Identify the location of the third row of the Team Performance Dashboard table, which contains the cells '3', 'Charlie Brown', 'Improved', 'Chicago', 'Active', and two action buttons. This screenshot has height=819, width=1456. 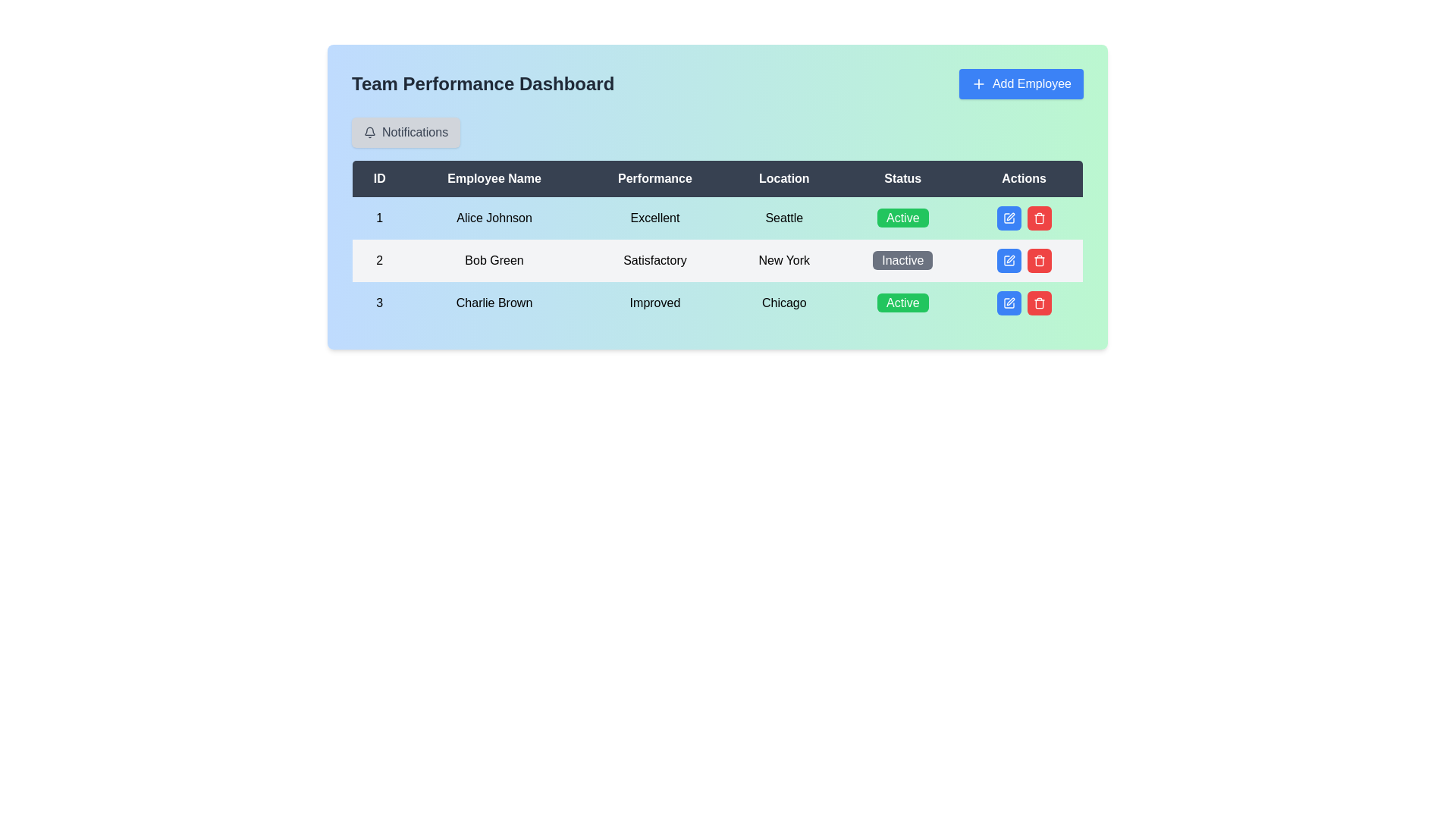
(717, 303).